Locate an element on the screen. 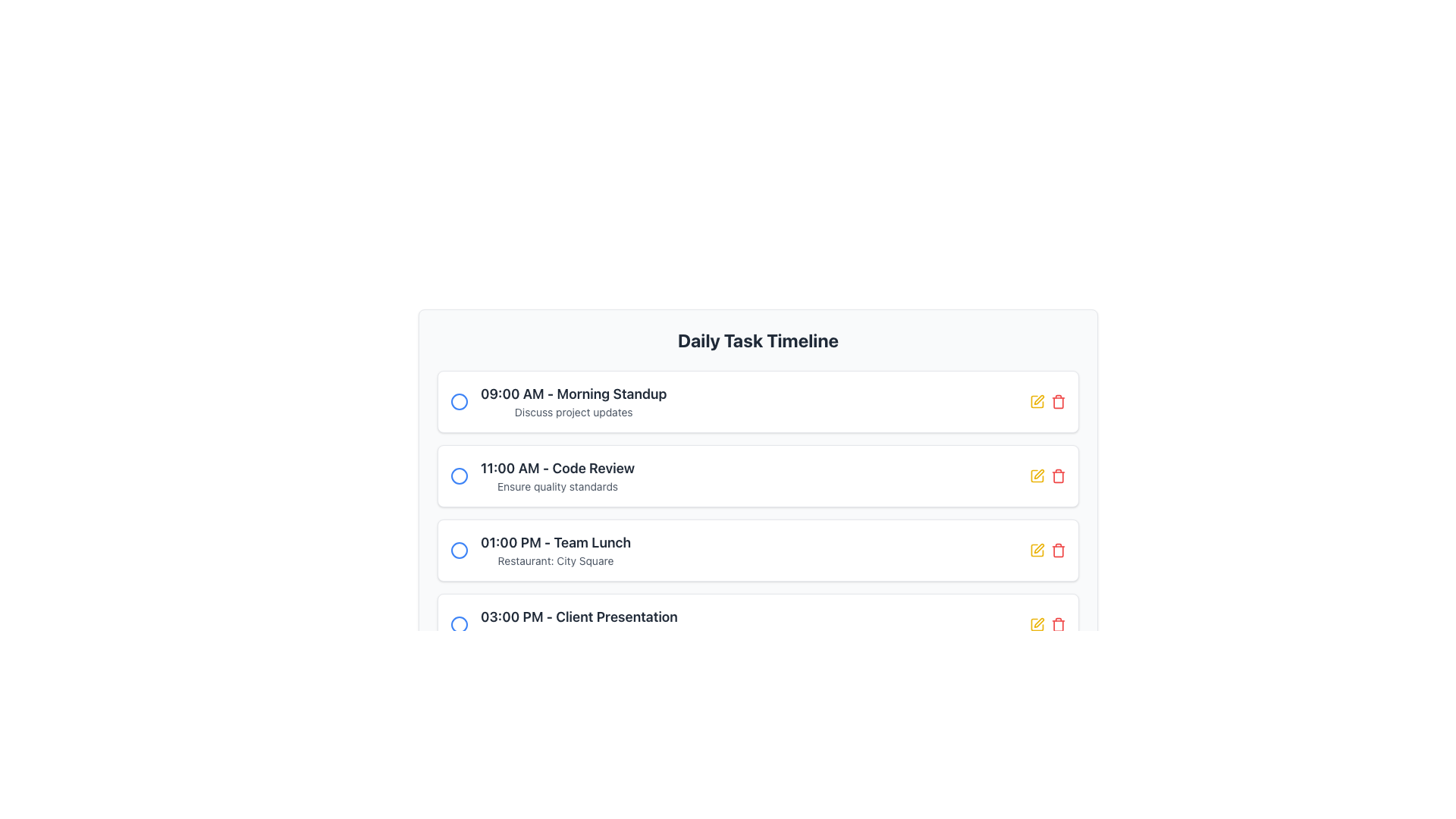 This screenshot has height=819, width=1456. the surrounding area of the SVG Circle that indicates the task '03:00 PM - Client Presentation' to interact with the task is located at coordinates (458, 625).